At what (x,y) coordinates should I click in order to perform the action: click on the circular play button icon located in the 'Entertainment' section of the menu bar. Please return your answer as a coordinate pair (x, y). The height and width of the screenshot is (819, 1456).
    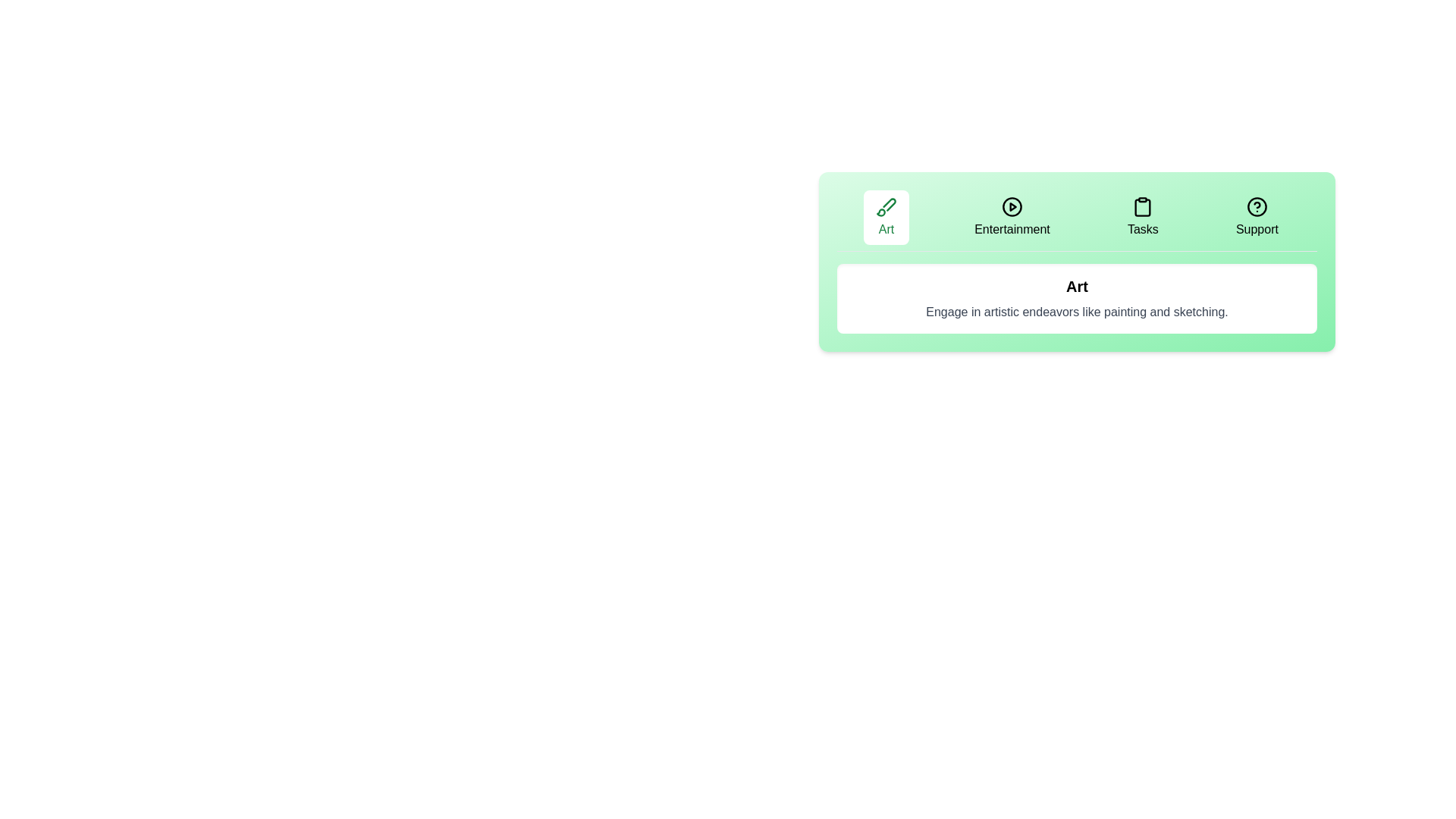
    Looking at the image, I should click on (1012, 207).